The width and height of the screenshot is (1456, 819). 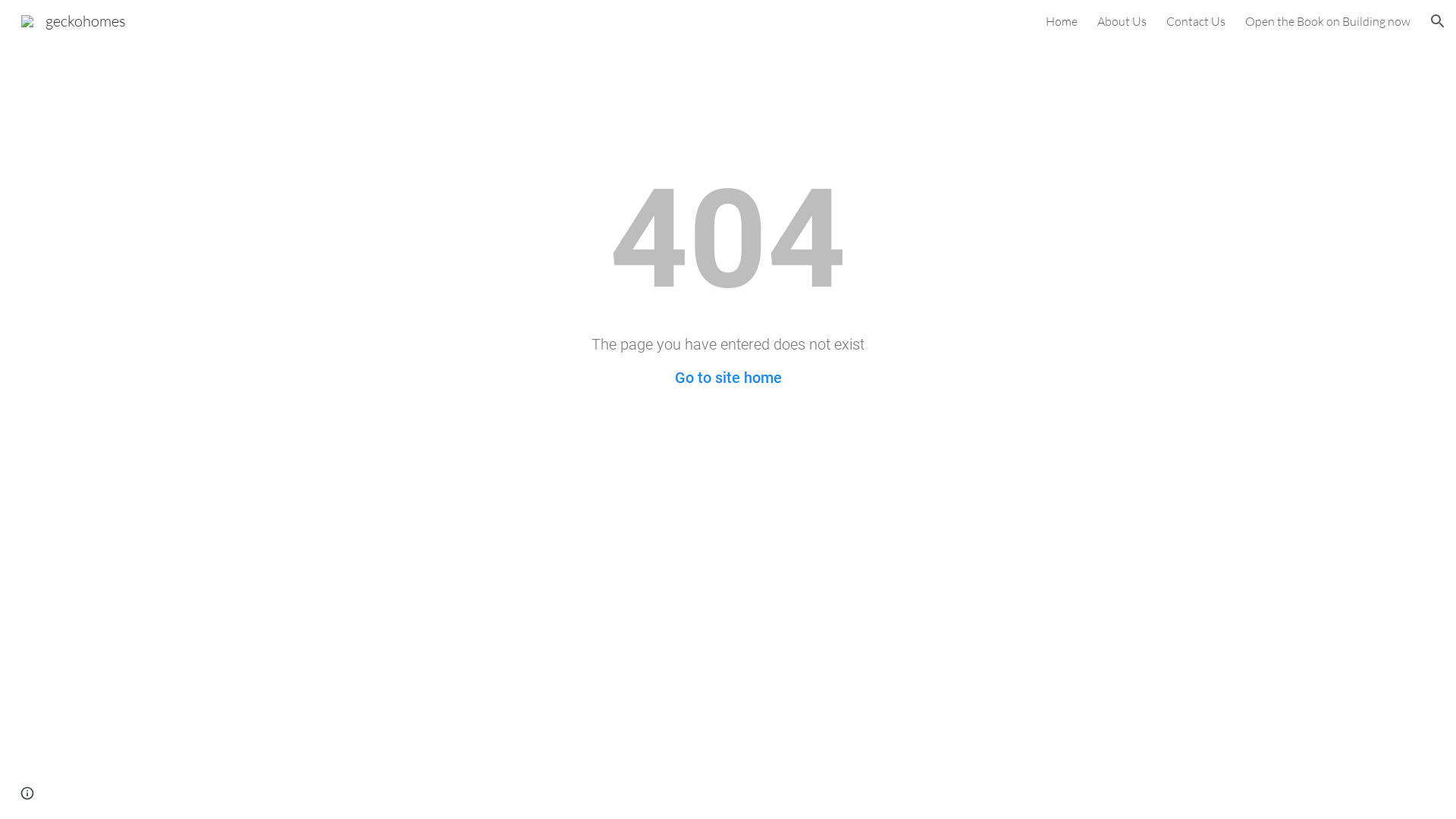 I want to click on 'Contact Us', so click(x=1195, y=20).